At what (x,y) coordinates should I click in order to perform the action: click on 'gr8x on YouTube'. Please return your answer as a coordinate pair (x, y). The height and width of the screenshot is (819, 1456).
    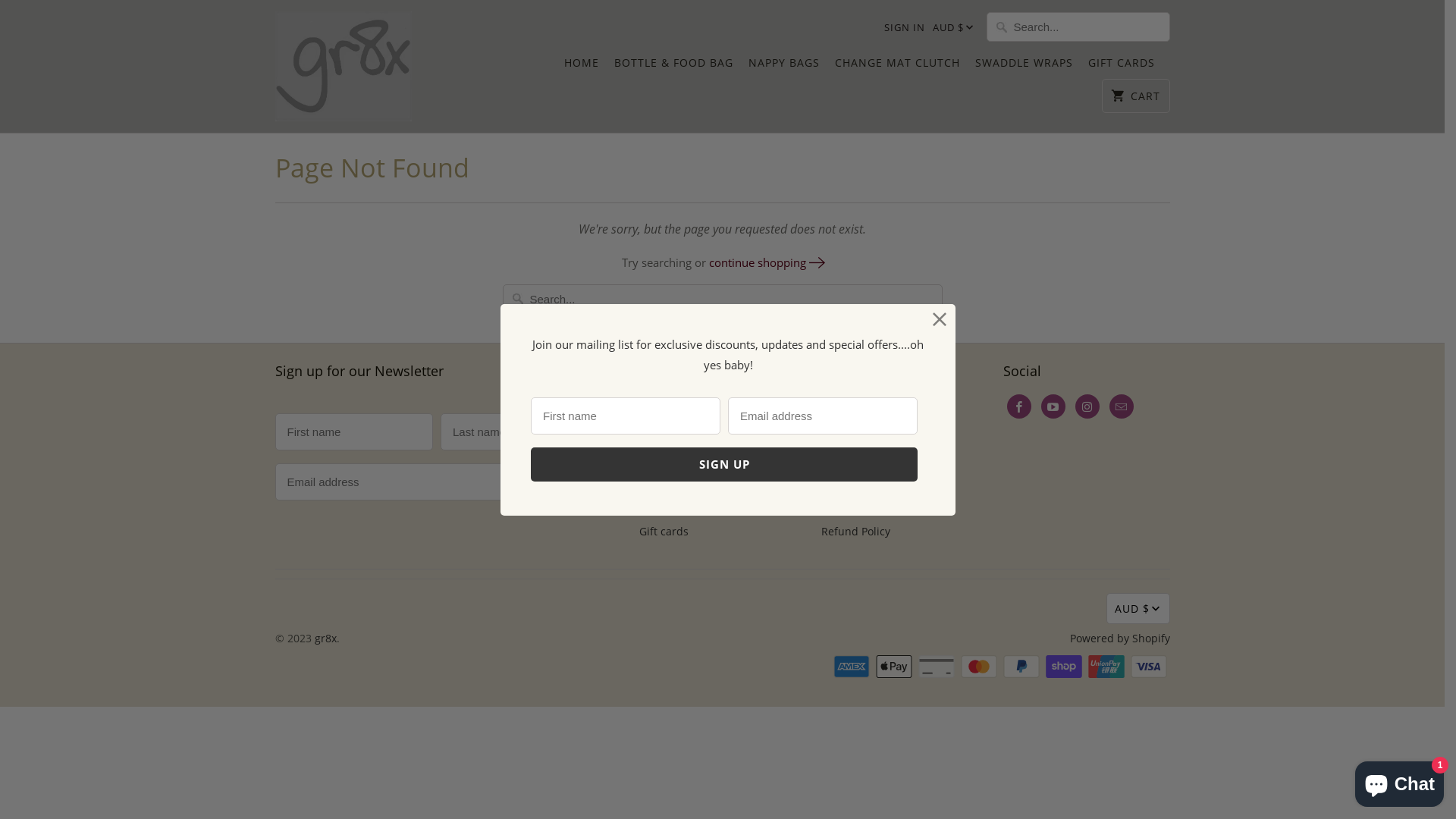
    Looking at the image, I should click on (1051, 406).